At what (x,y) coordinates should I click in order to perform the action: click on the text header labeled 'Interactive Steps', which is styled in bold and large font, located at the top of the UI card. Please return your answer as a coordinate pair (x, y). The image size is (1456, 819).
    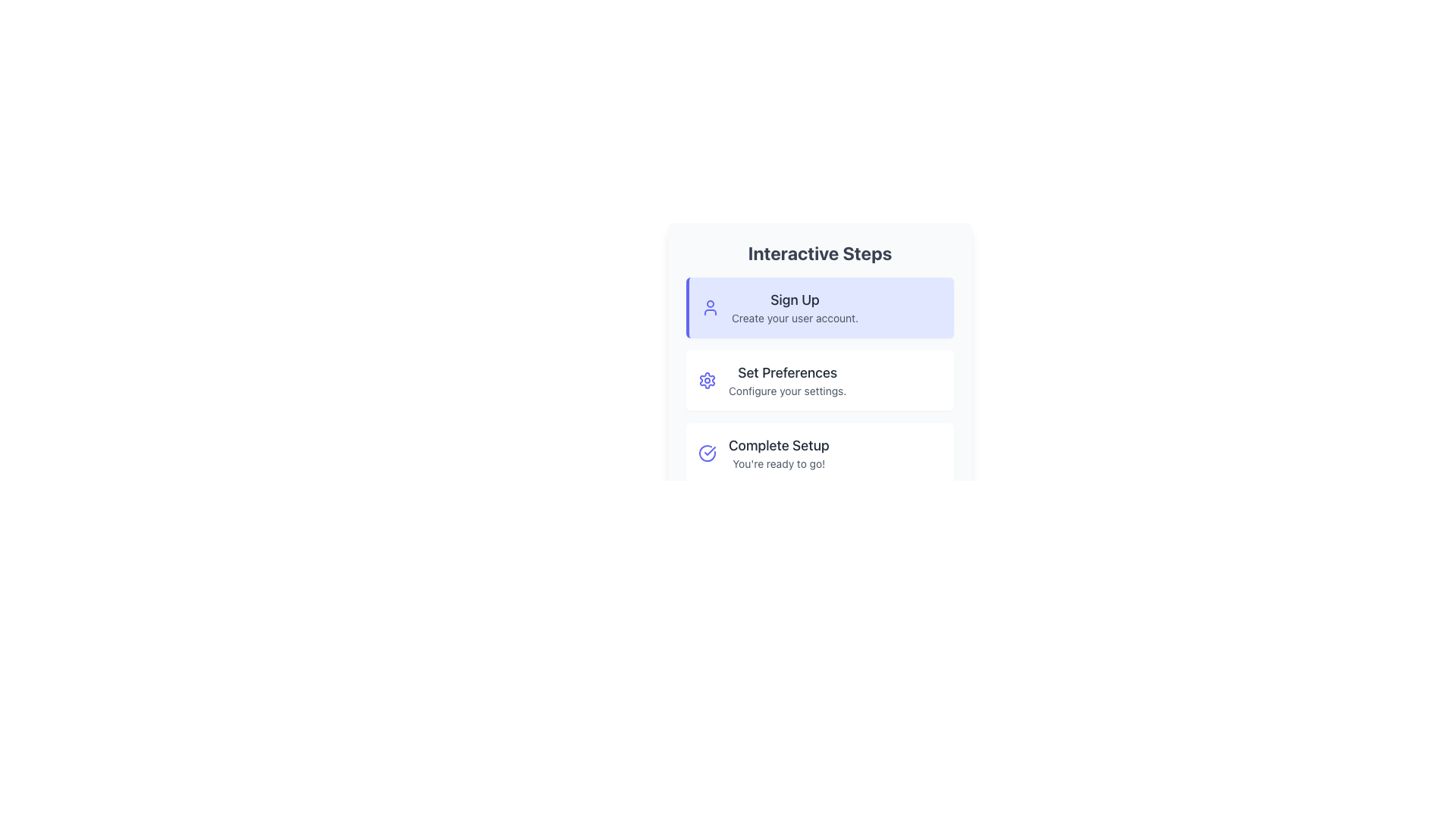
    Looking at the image, I should click on (819, 253).